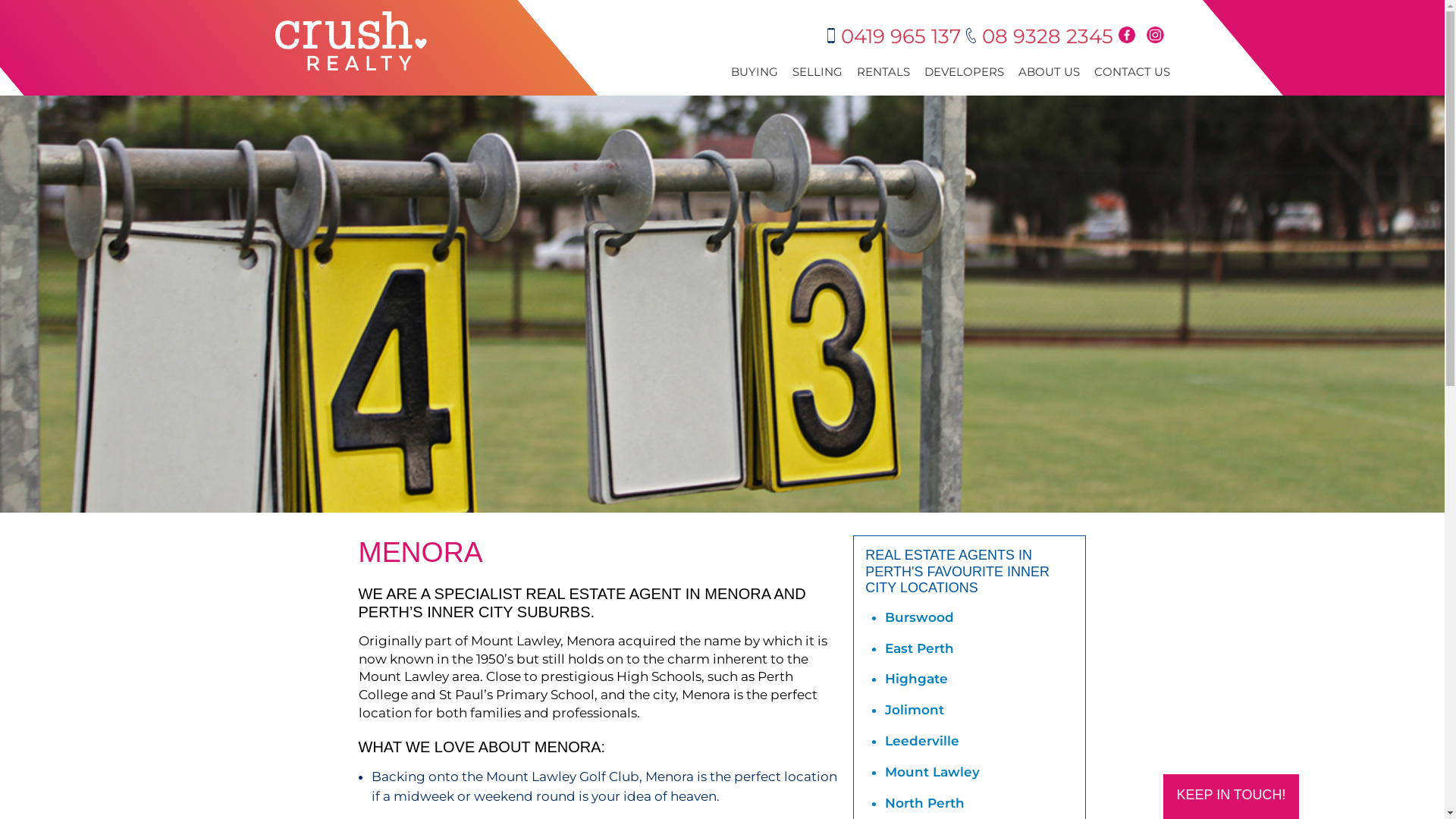  What do you see at coordinates (913, 710) in the screenshot?
I see `'Jolimont'` at bounding box center [913, 710].